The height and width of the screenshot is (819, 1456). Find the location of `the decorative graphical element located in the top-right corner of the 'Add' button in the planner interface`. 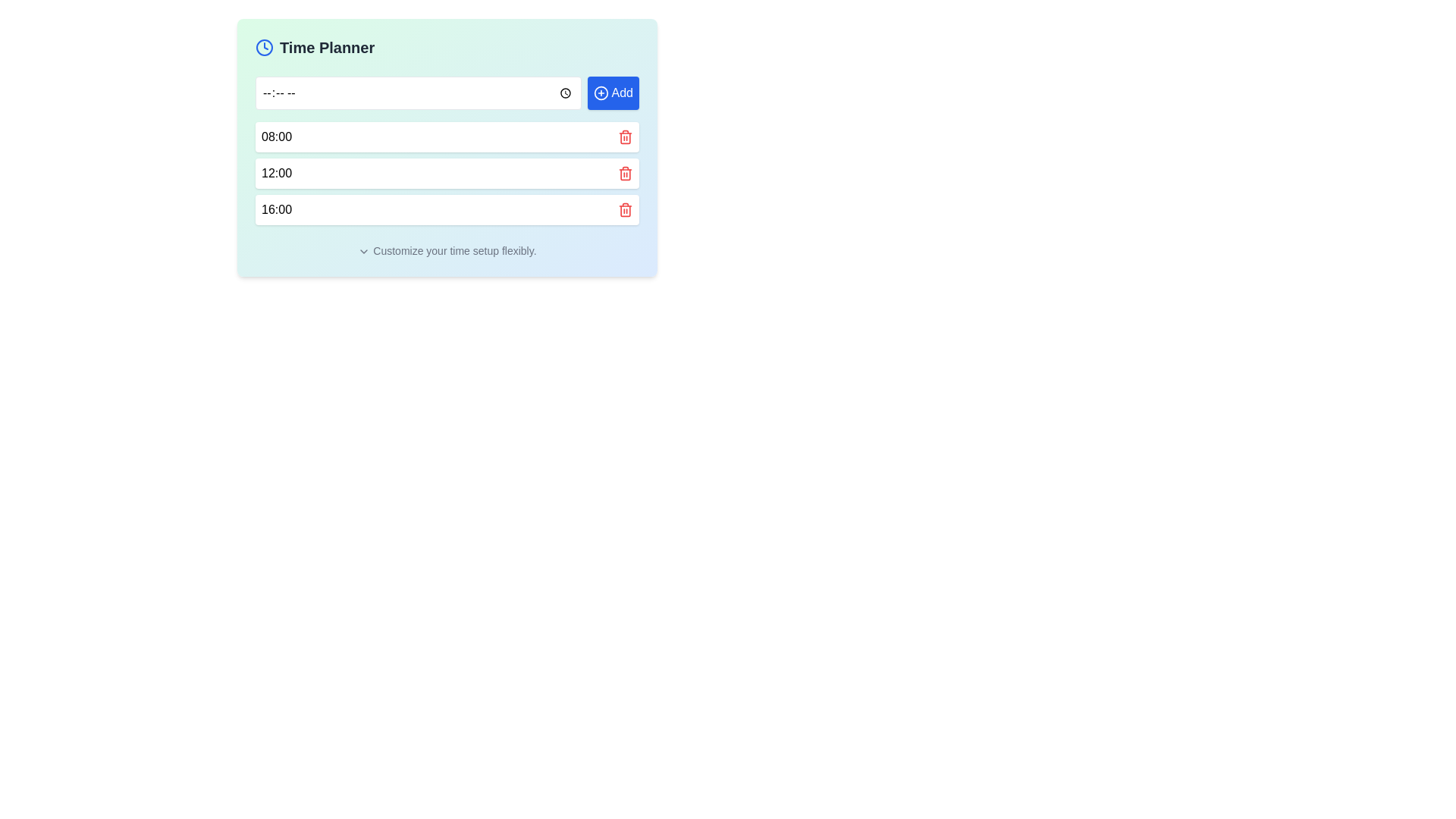

the decorative graphical element located in the top-right corner of the 'Add' button in the planner interface is located at coordinates (600, 93).